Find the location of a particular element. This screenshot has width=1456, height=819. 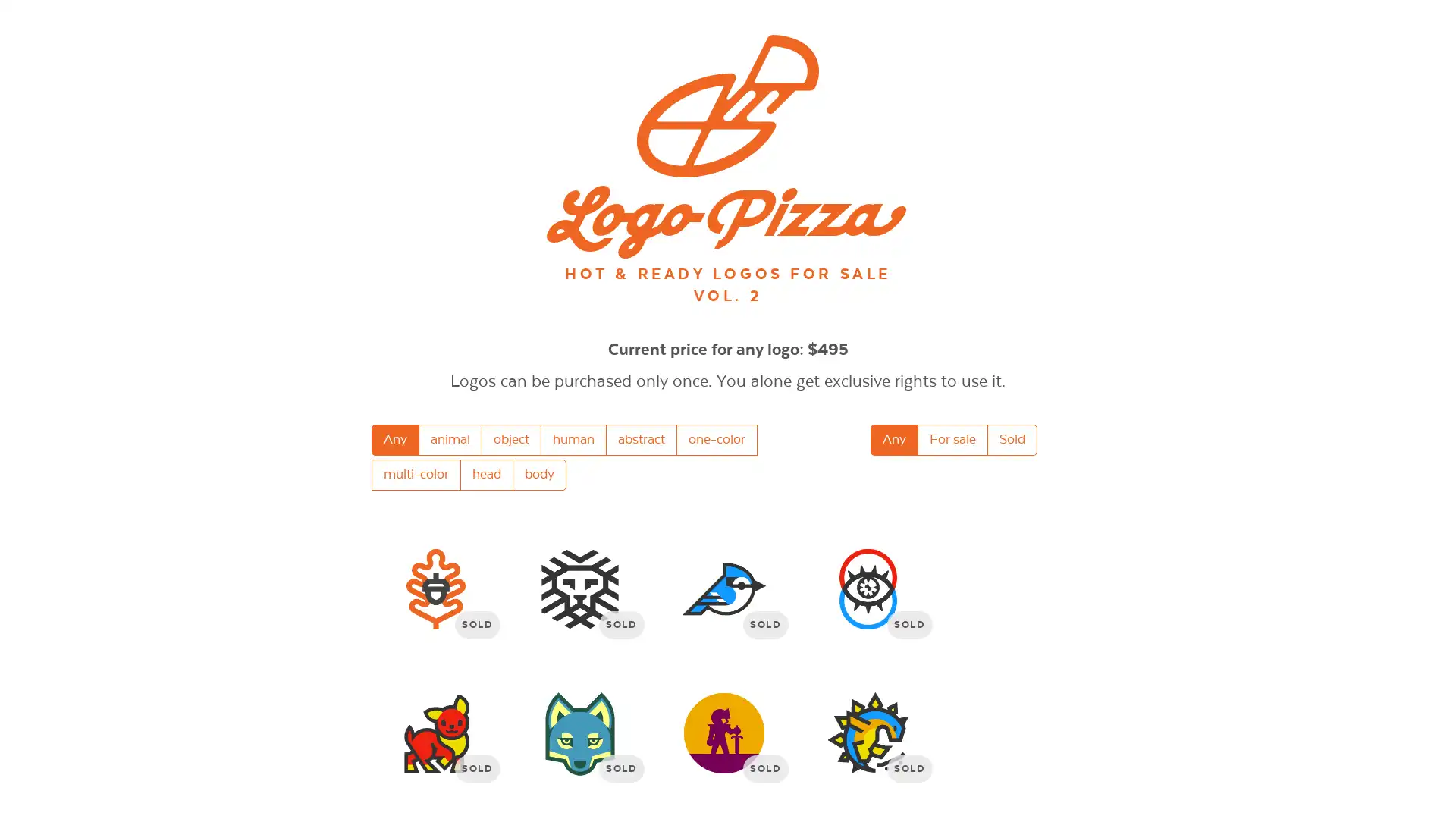

abstract is located at coordinates (641, 440).